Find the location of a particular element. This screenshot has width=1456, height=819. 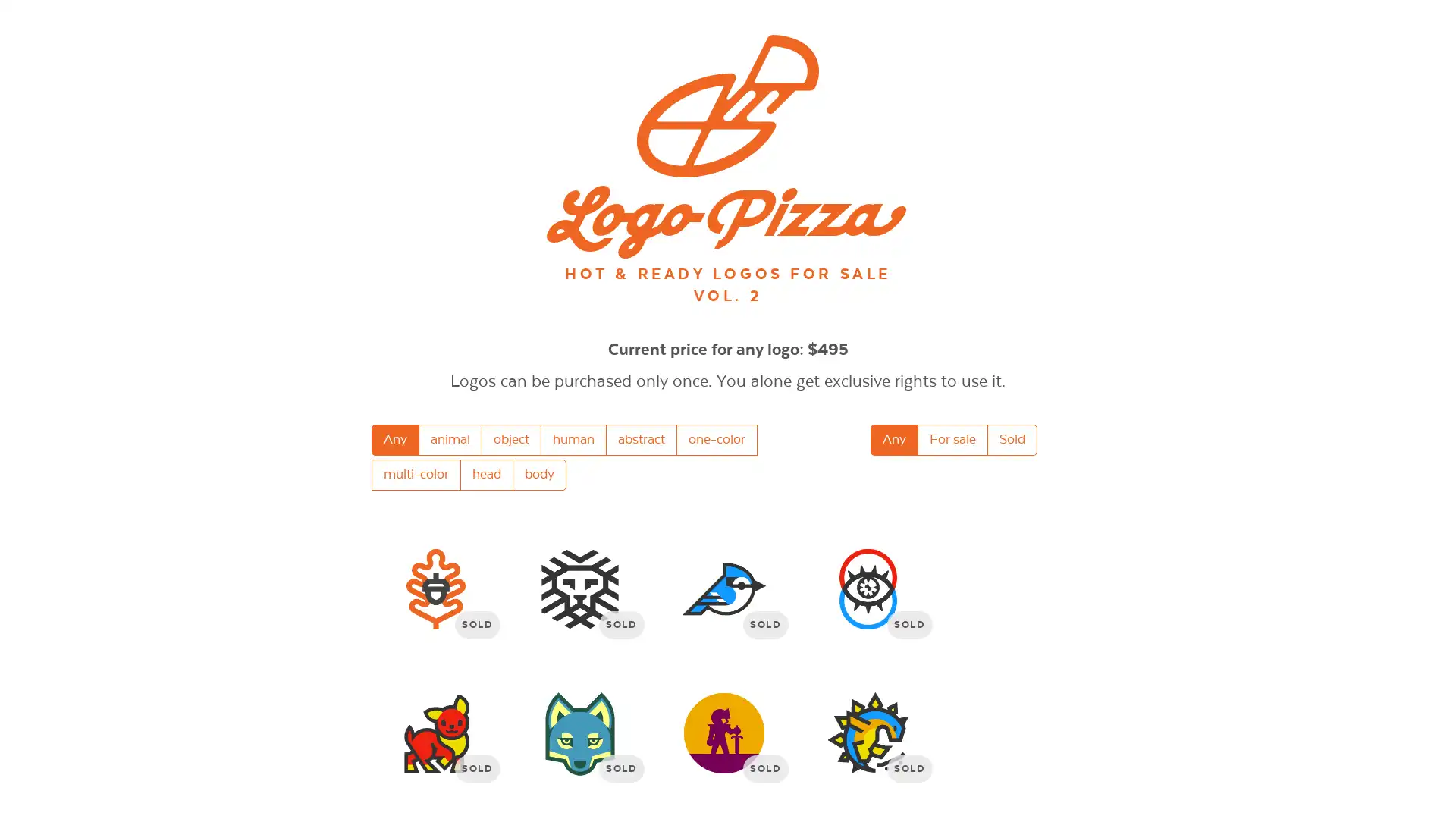

abstract is located at coordinates (641, 440).